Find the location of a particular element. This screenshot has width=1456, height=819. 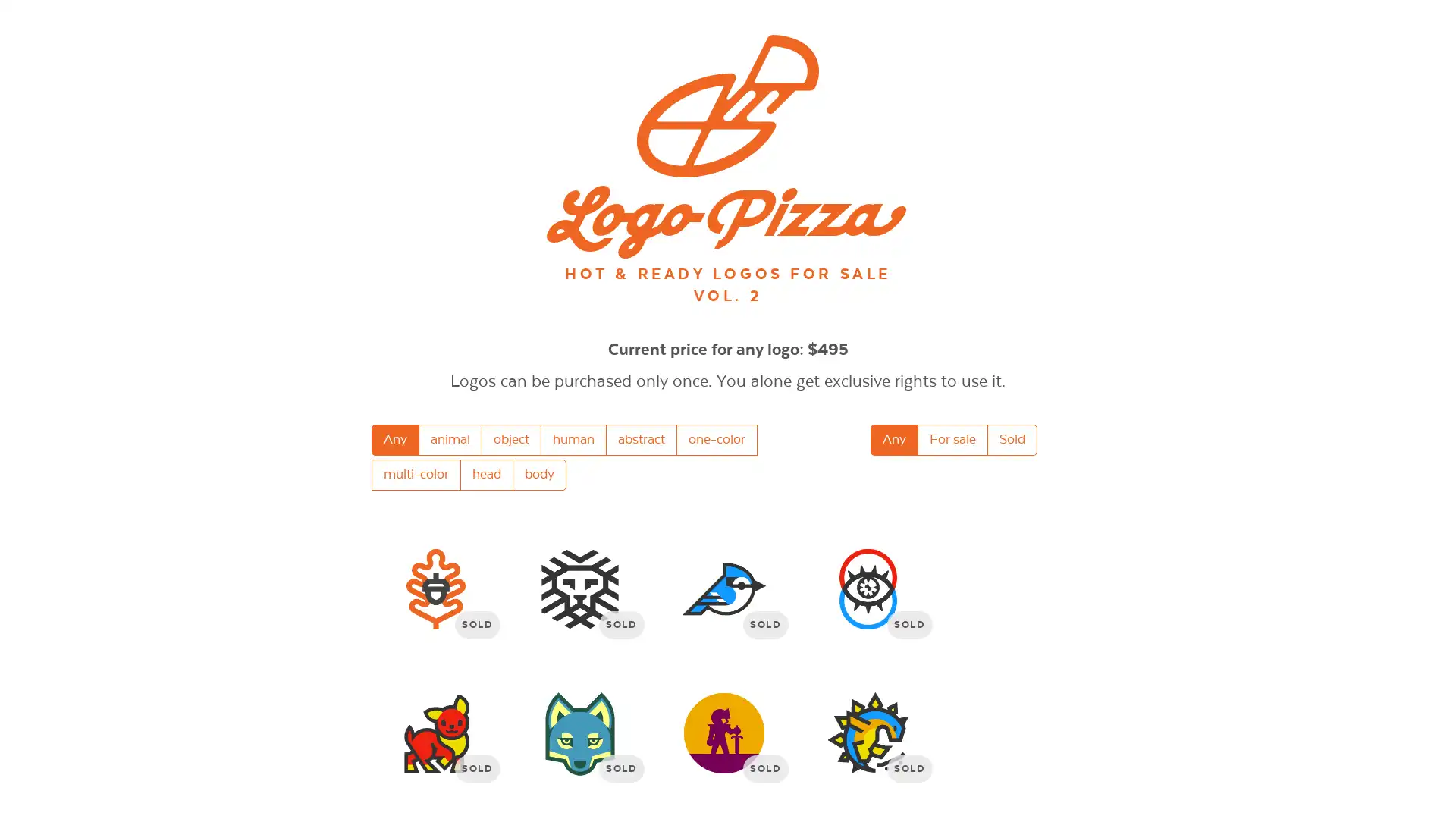

abstract is located at coordinates (641, 440).